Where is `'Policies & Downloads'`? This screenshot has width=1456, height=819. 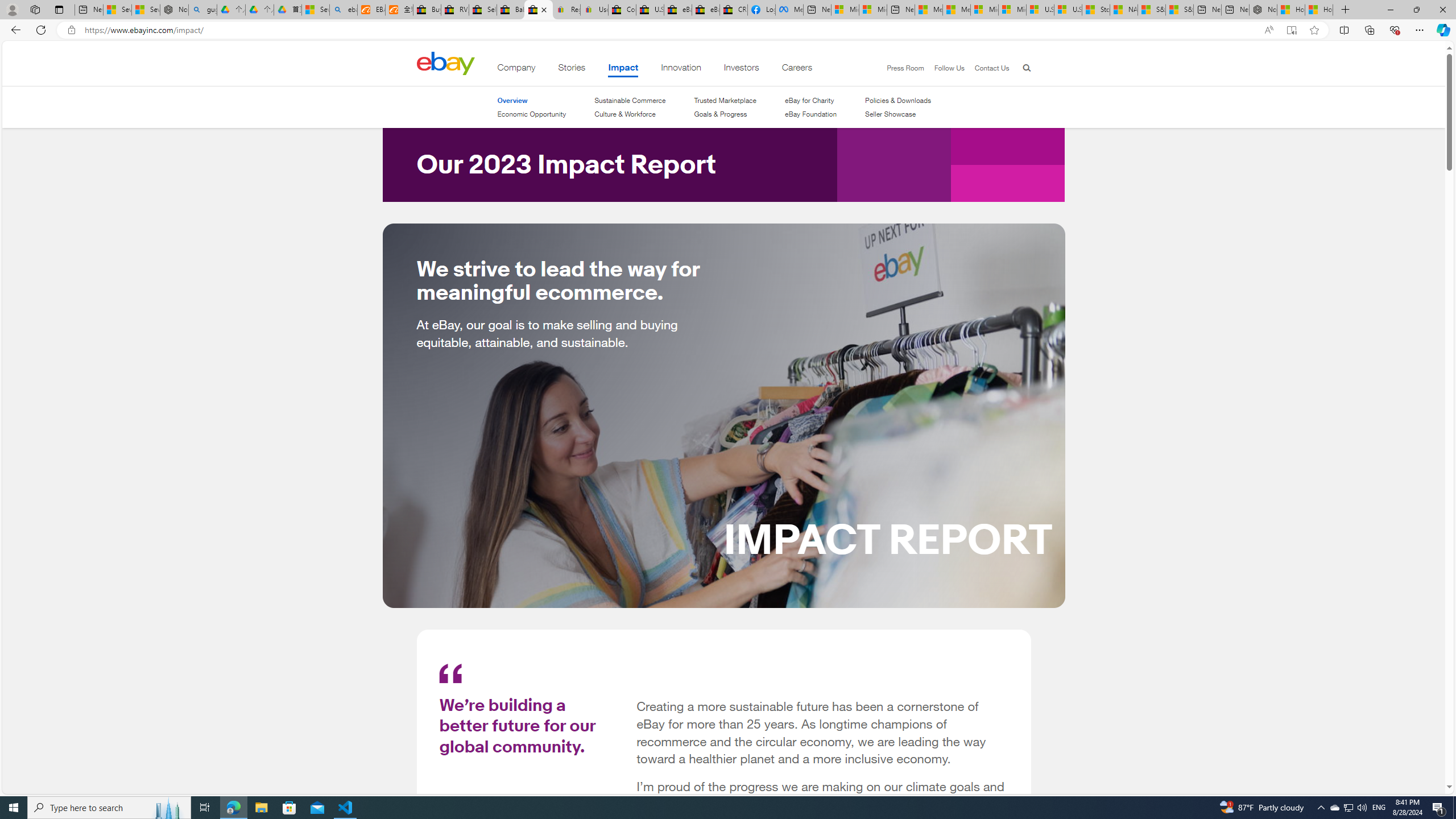 'Policies & Downloads' is located at coordinates (897, 100).